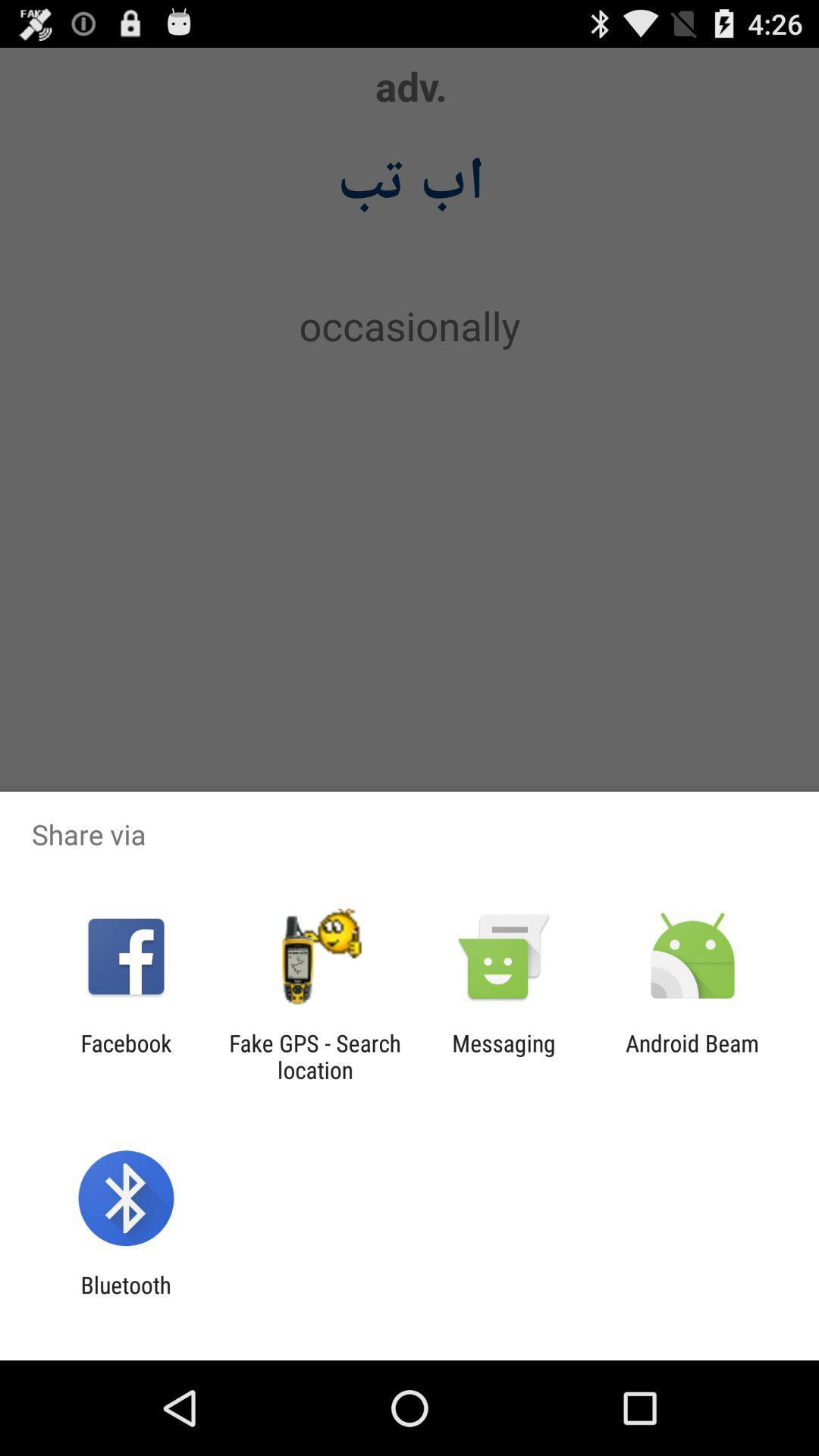  I want to click on the item next to messaging item, so click(692, 1056).